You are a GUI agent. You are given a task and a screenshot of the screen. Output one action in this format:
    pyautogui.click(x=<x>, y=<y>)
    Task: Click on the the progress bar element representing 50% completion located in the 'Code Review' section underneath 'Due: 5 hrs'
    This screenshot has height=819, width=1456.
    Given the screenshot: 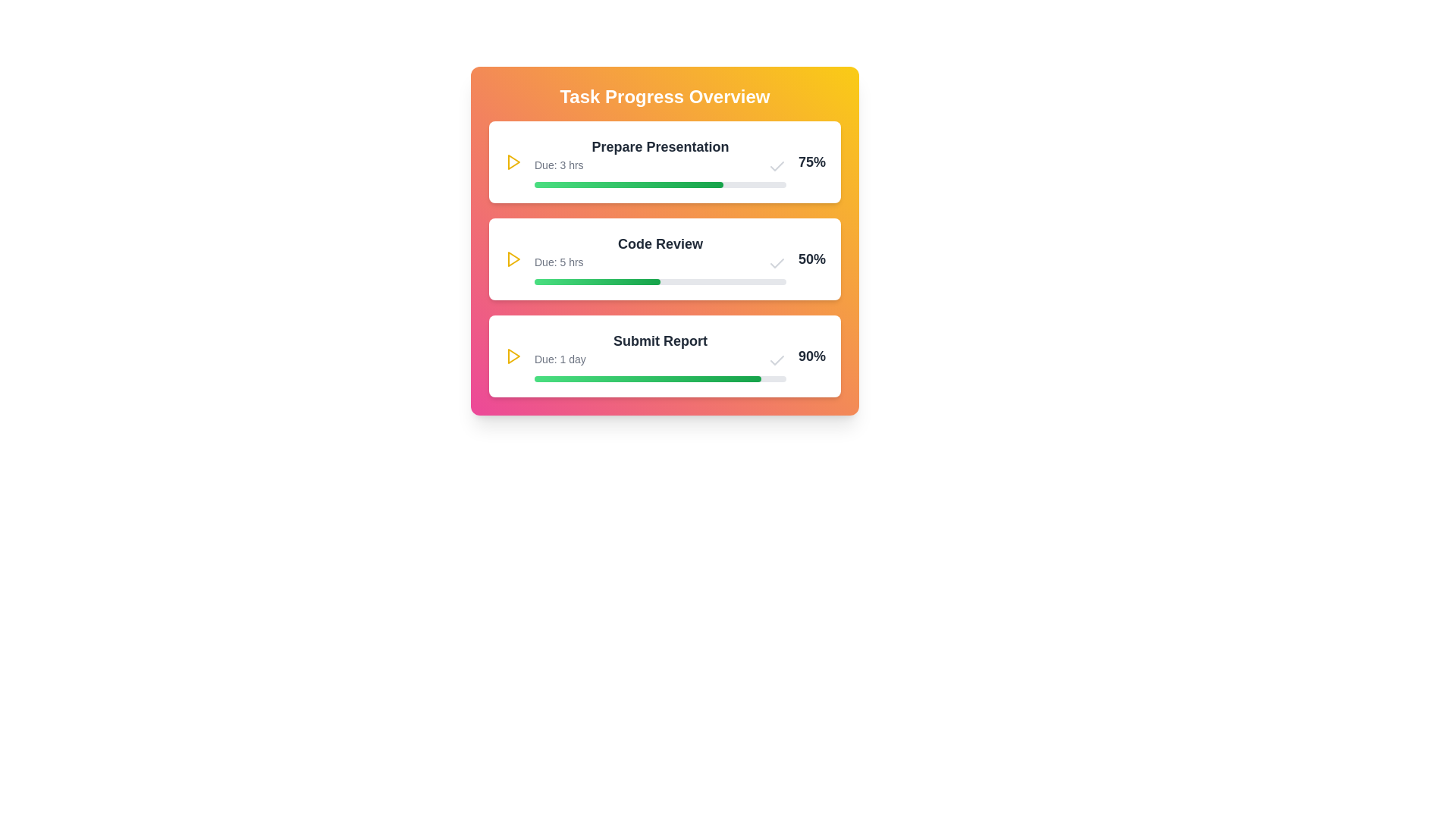 What is the action you would take?
    pyautogui.click(x=660, y=281)
    